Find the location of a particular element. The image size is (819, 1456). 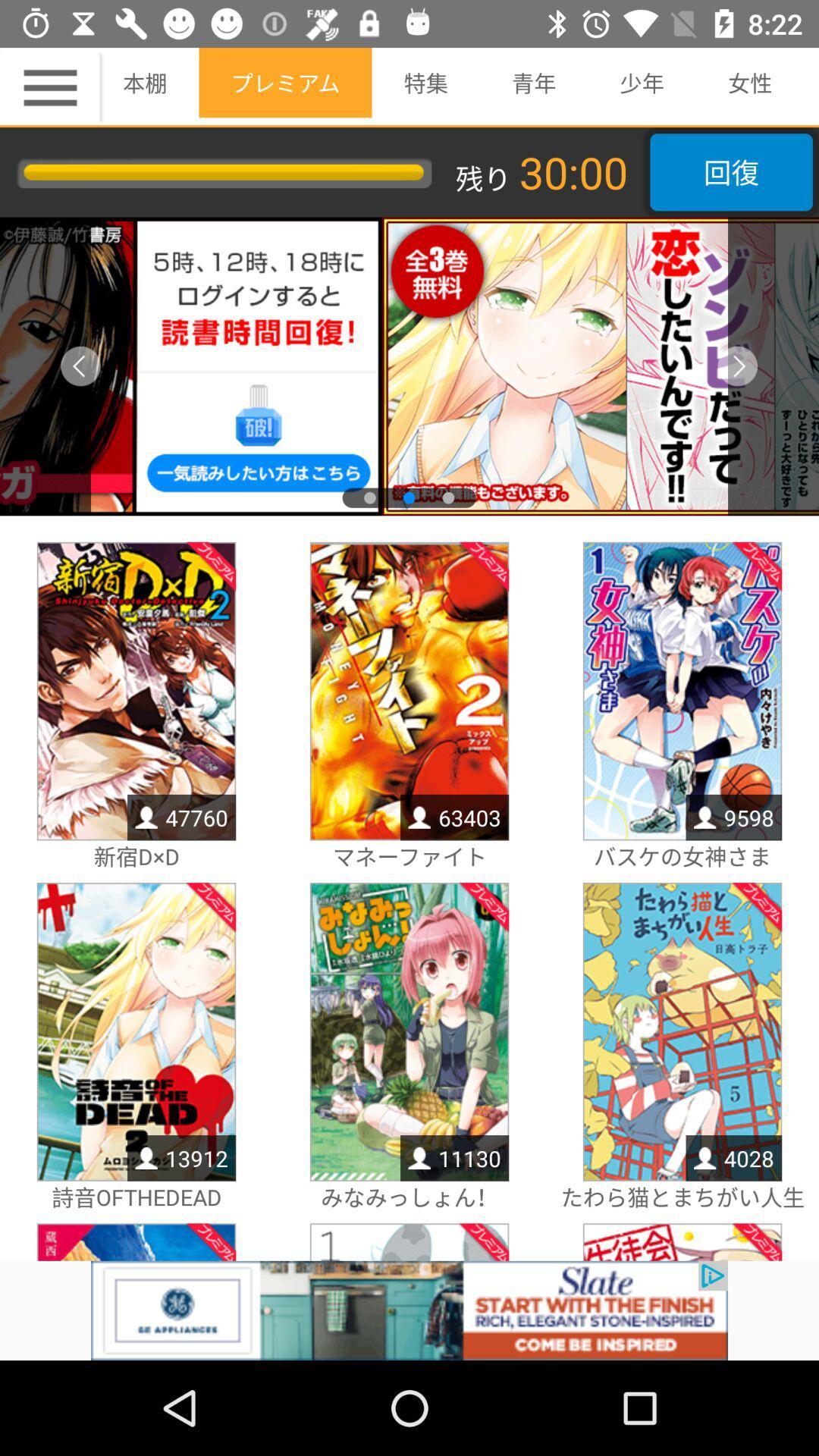

the menu icon is located at coordinates (52, 86).